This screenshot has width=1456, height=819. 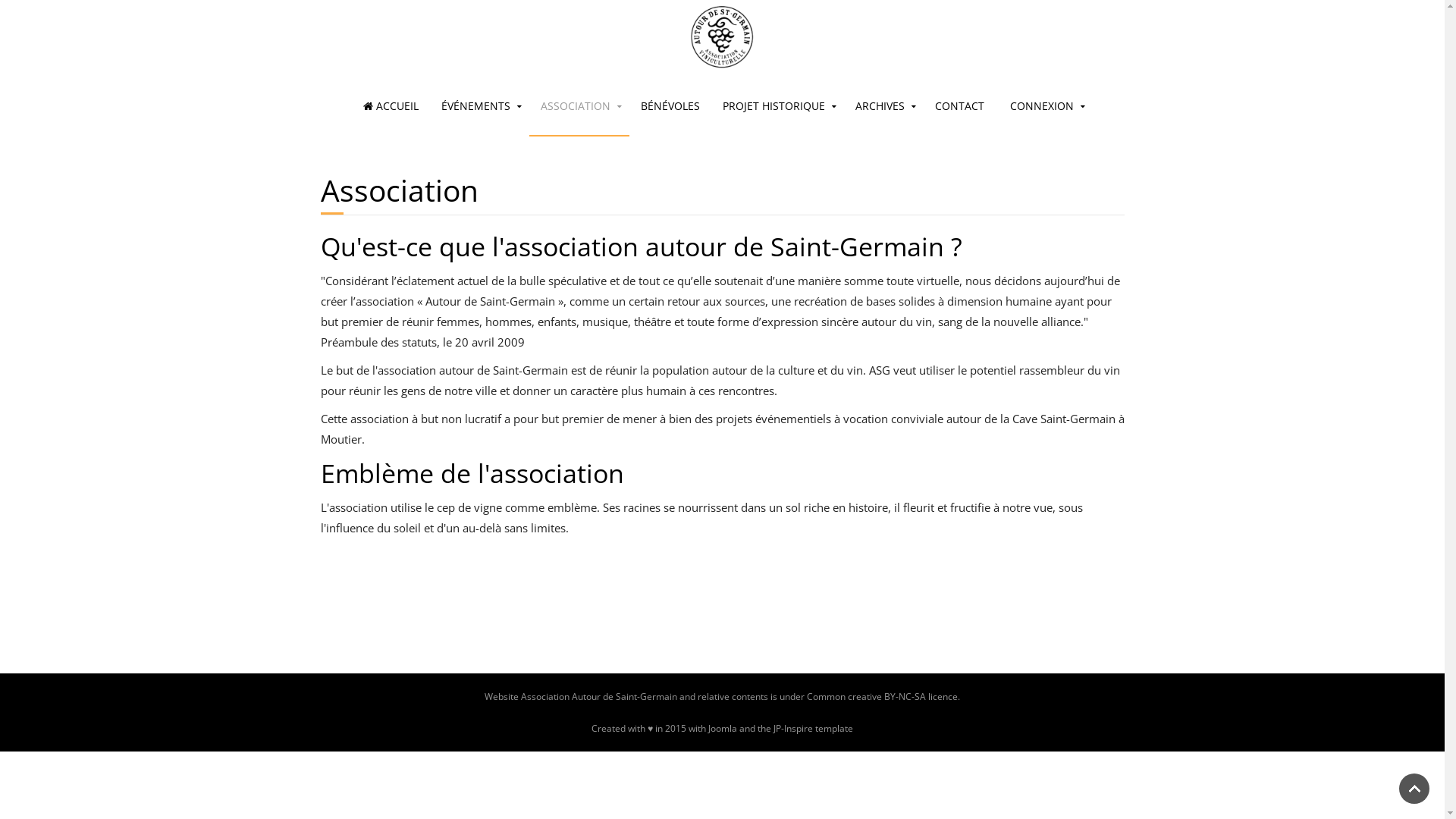 What do you see at coordinates (391, 105) in the screenshot?
I see `'ACCUEIL'` at bounding box center [391, 105].